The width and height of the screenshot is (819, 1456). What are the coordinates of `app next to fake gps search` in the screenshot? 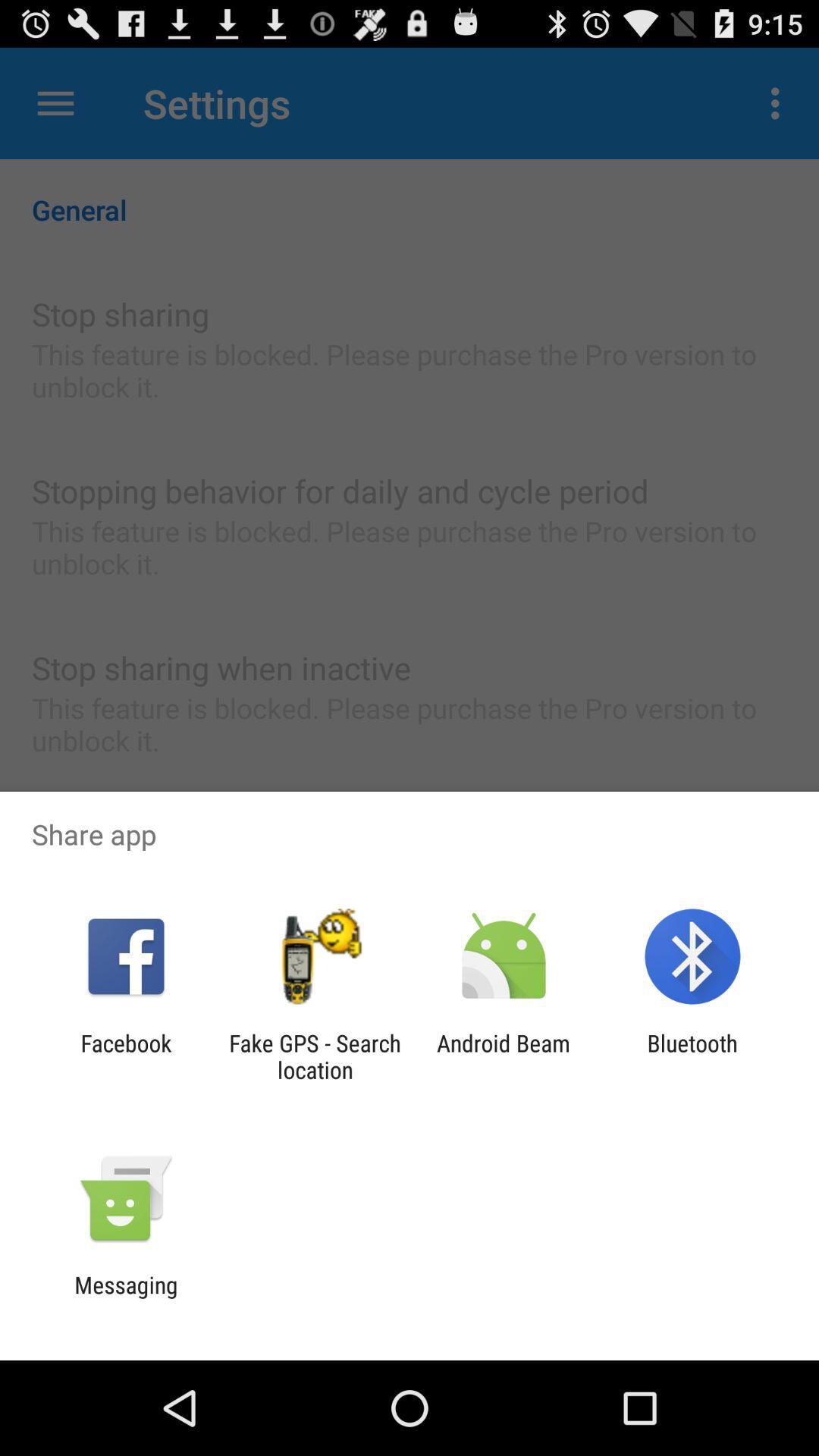 It's located at (125, 1056).